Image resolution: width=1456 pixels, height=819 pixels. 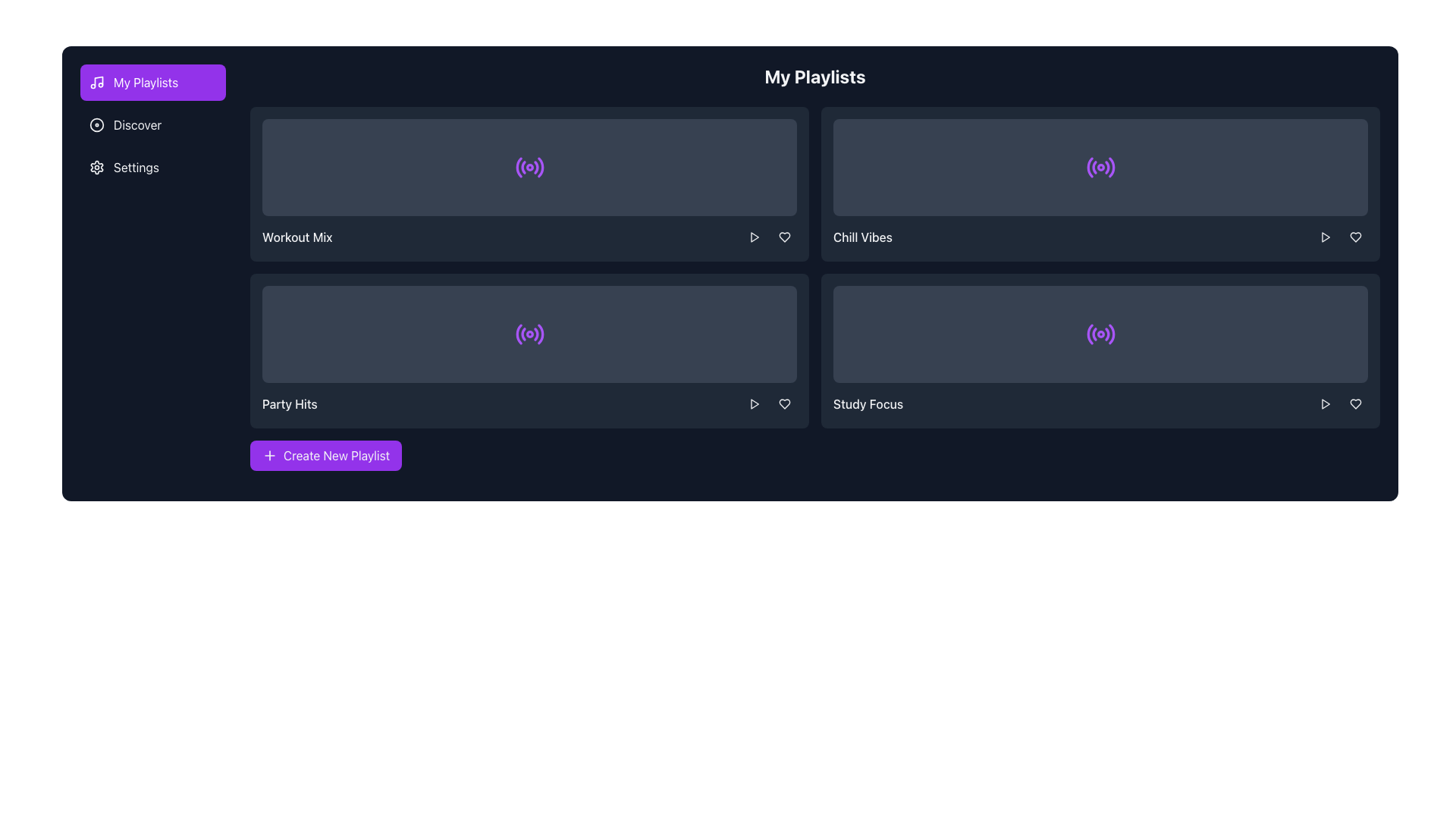 What do you see at coordinates (523, 333) in the screenshot?
I see `the second arc component of the purple circular design element within the navigation menu icon` at bounding box center [523, 333].